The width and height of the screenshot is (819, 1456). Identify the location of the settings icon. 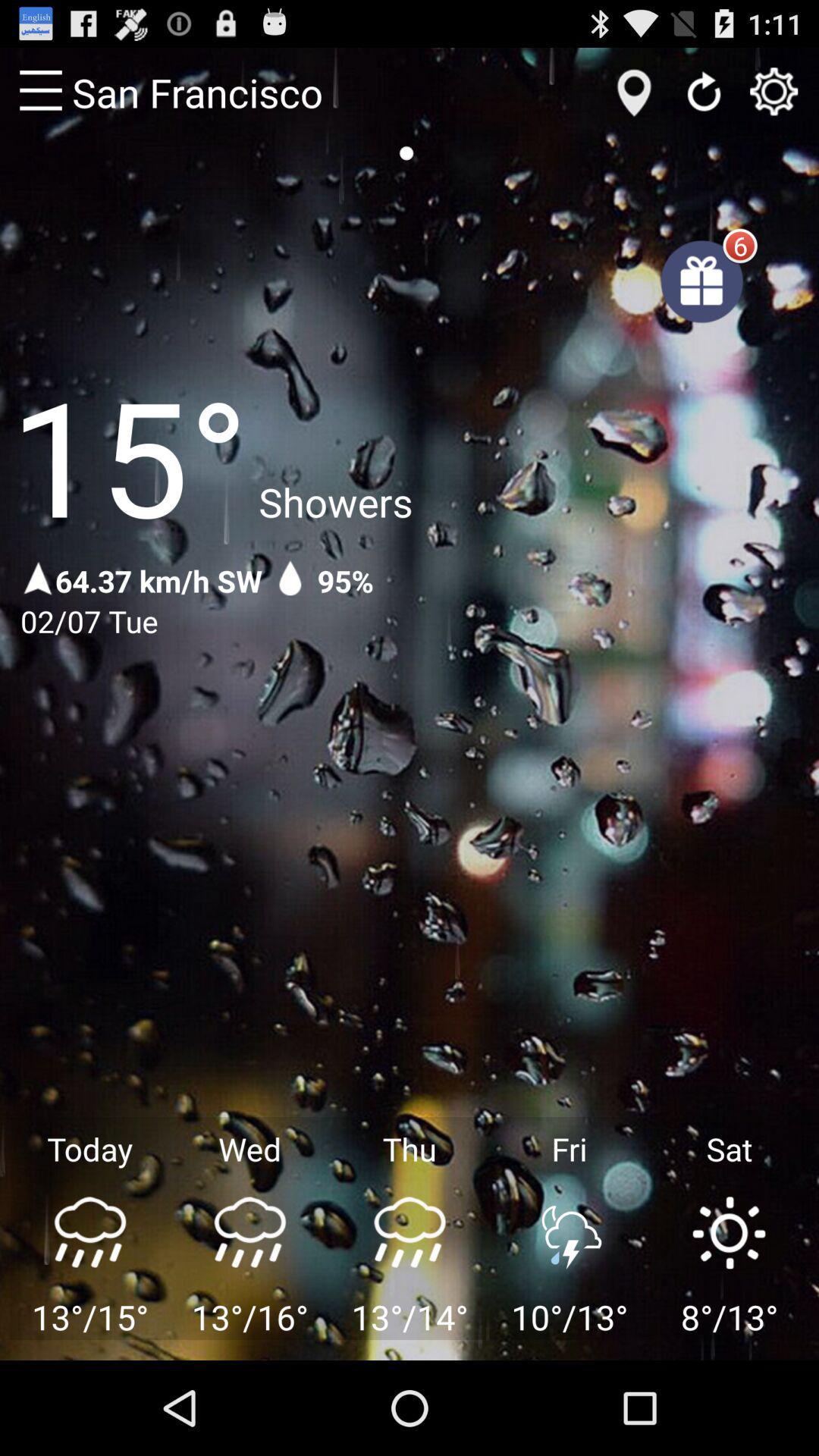
(773, 98).